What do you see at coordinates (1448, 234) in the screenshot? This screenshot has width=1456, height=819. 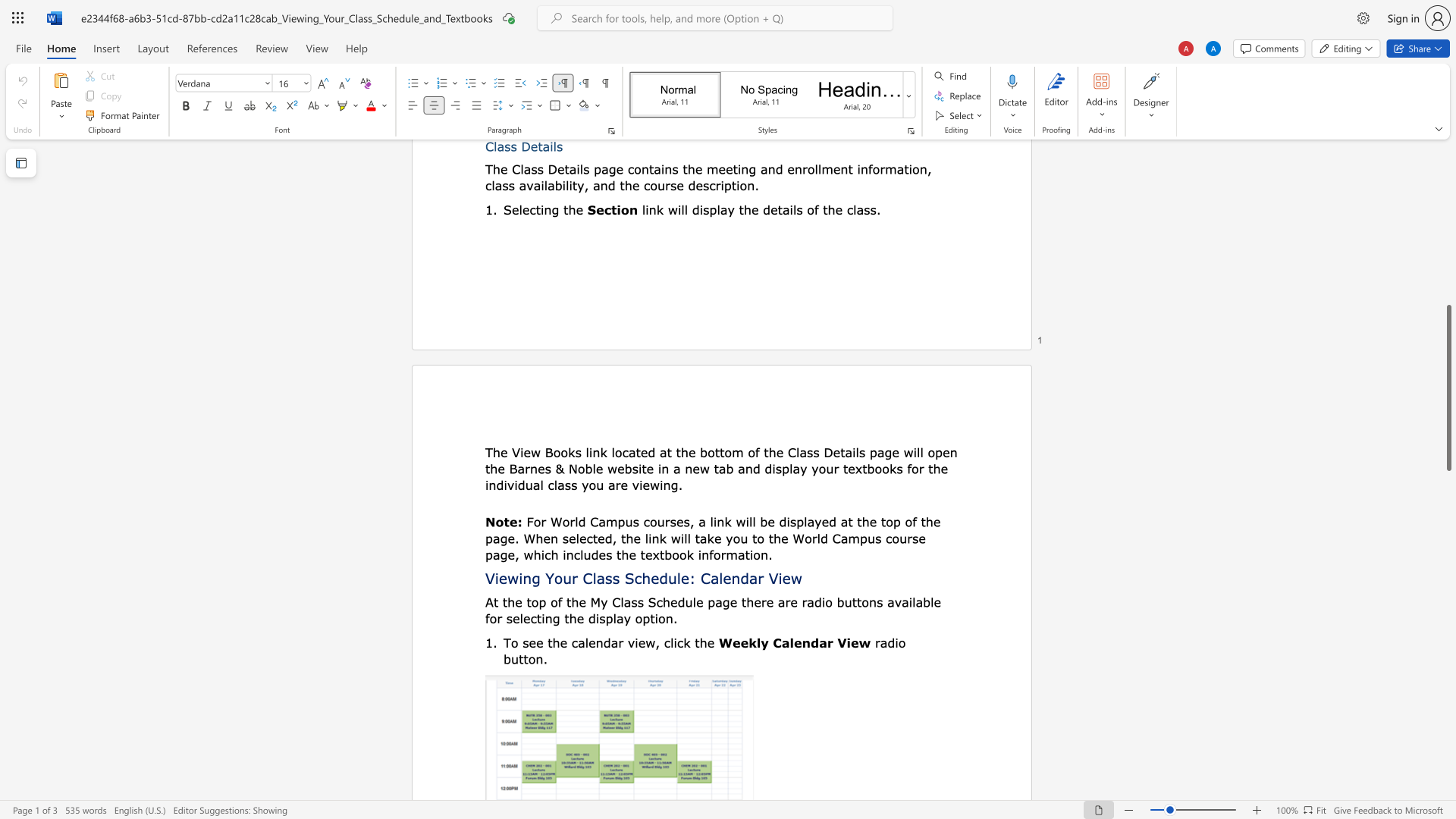 I see `the scrollbar to scroll the page up` at bounding box center [1448, 234].